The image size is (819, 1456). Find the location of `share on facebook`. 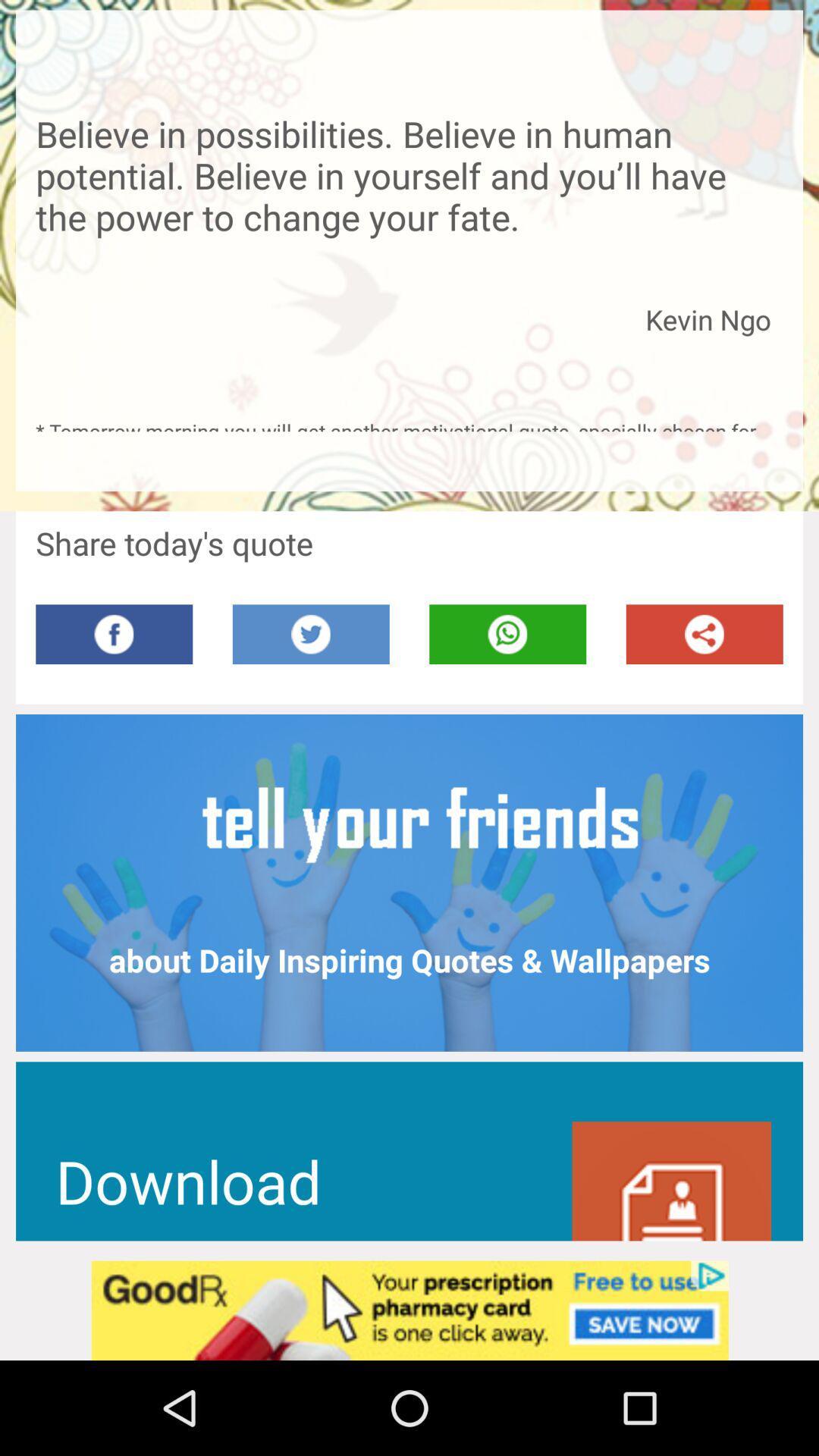

share on facebook is located at coordinates (113, 634).